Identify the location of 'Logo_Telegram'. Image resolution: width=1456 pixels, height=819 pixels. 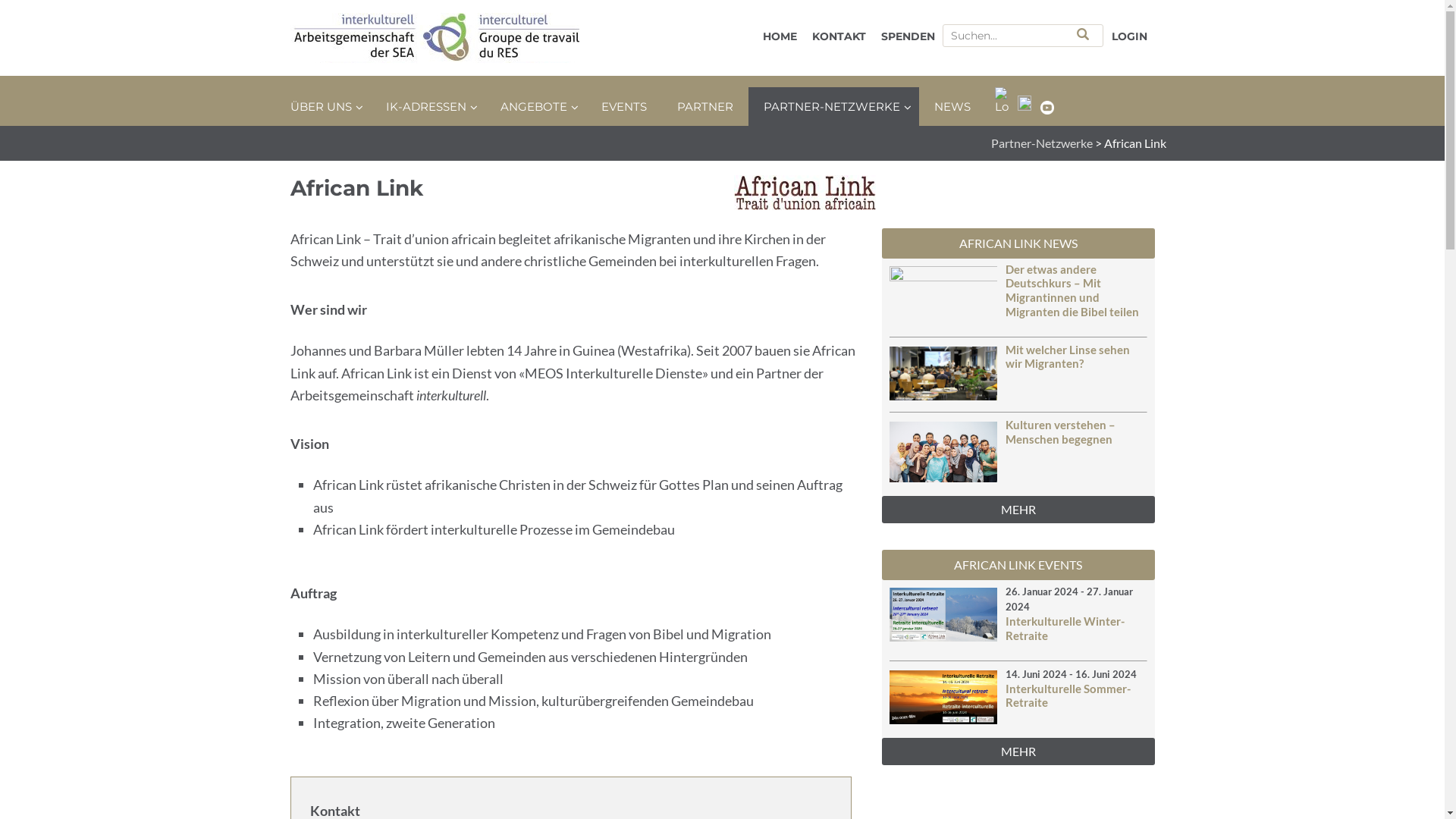
(1001, 100).